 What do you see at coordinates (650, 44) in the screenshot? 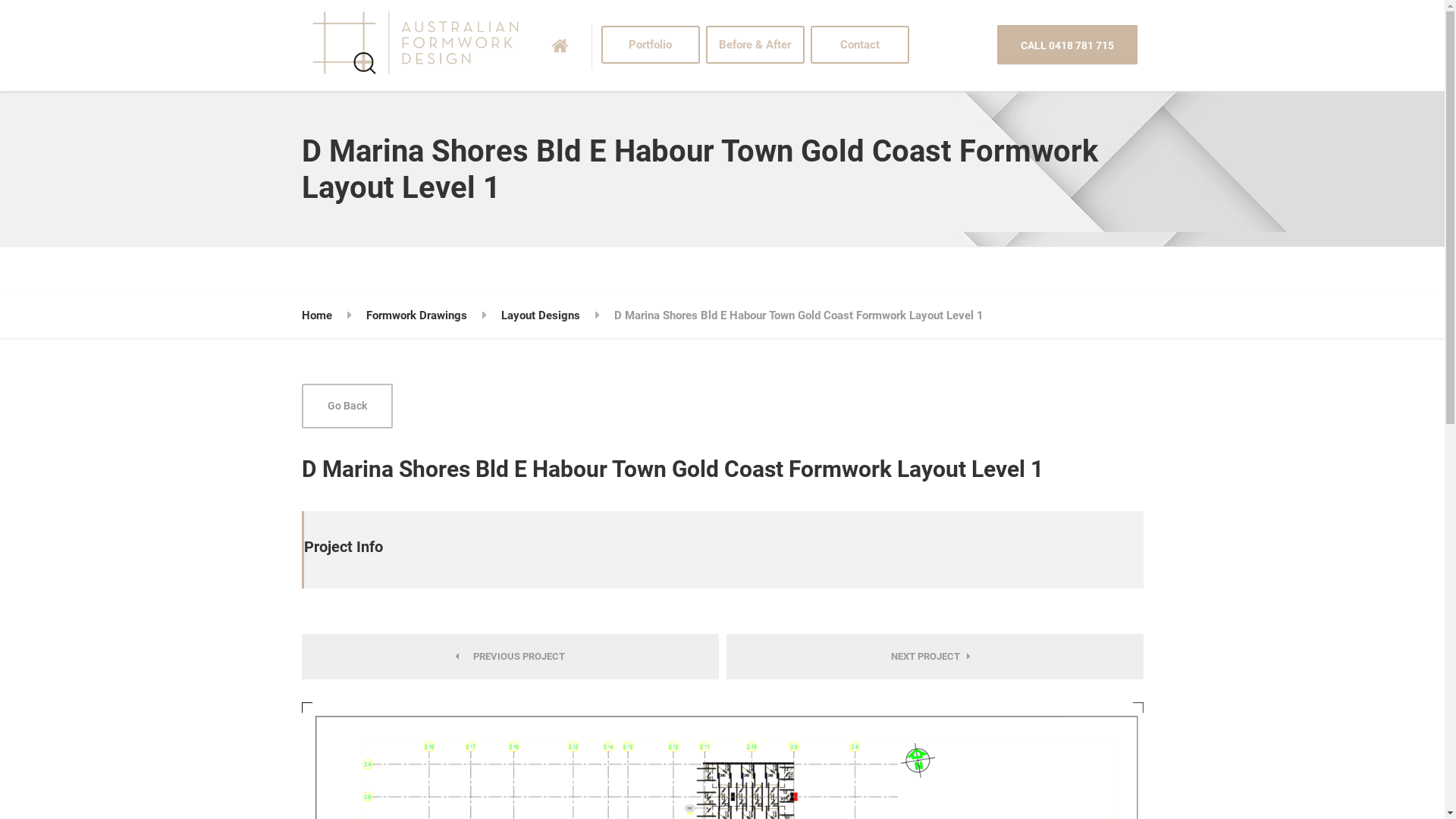
I see `'Portfolio'` at bounding box center [650, 44].